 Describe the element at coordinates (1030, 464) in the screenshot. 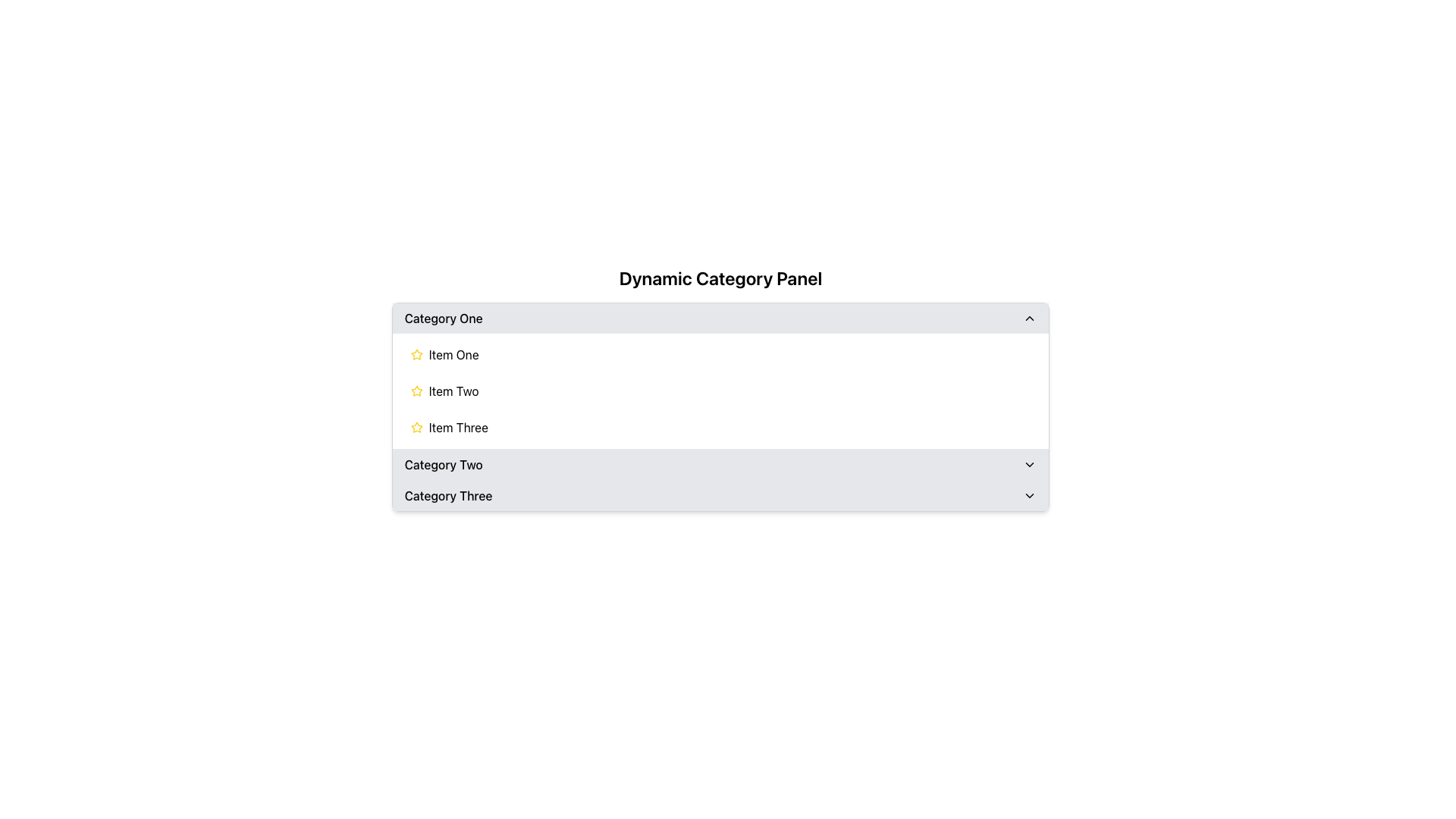

I see `the collapsible/expandable icon located on the right side of the 'Category Two' section header` at that location.